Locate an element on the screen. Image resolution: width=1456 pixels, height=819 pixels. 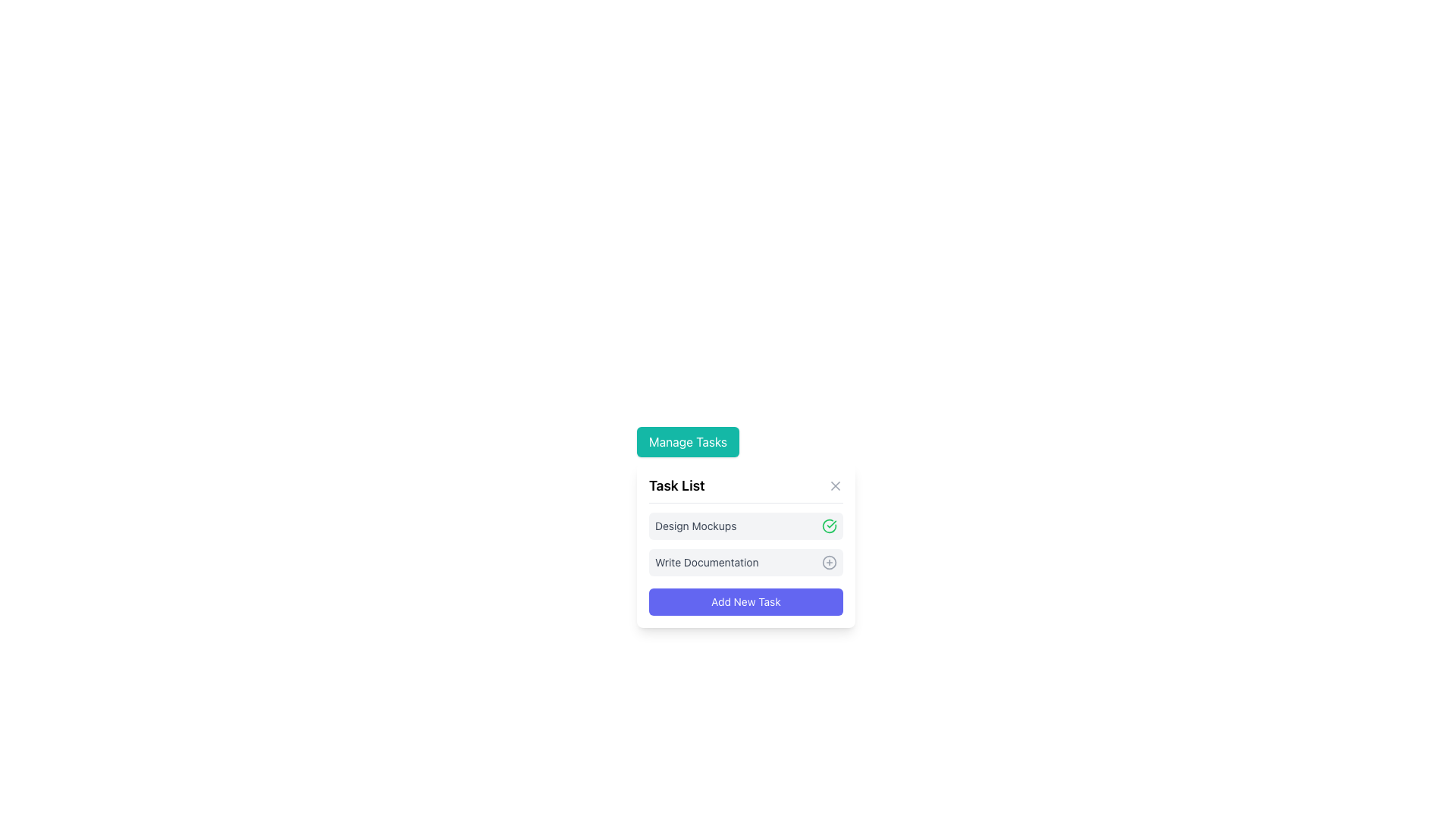
the close button located at the top-right of the 'Task List' section is located at coordinates (834, 485).